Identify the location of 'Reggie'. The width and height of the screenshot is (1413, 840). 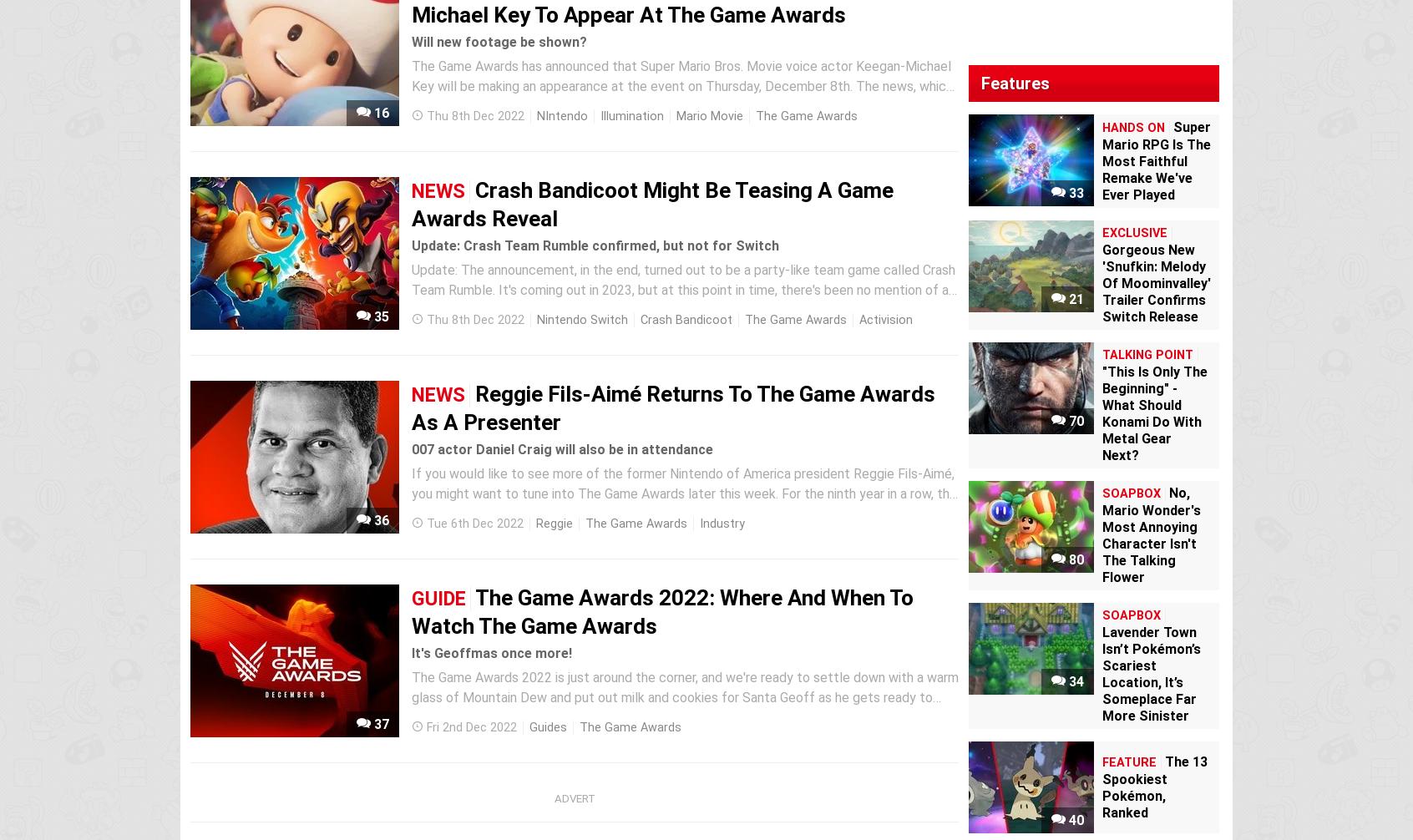
(554, 524).